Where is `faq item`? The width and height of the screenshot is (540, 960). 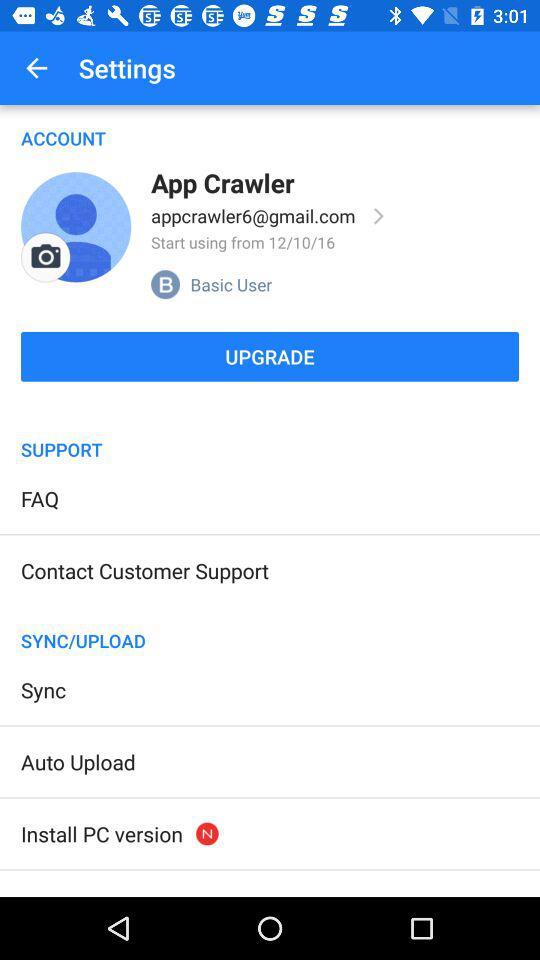 faq item is located at coordinates (40, 497).